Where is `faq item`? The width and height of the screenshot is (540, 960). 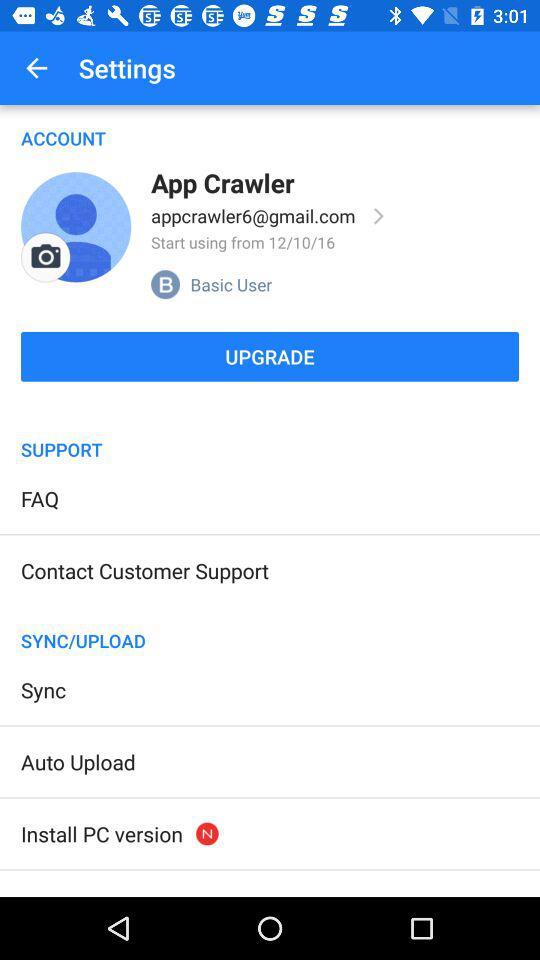 faq item is located at coordinates (40, 497).